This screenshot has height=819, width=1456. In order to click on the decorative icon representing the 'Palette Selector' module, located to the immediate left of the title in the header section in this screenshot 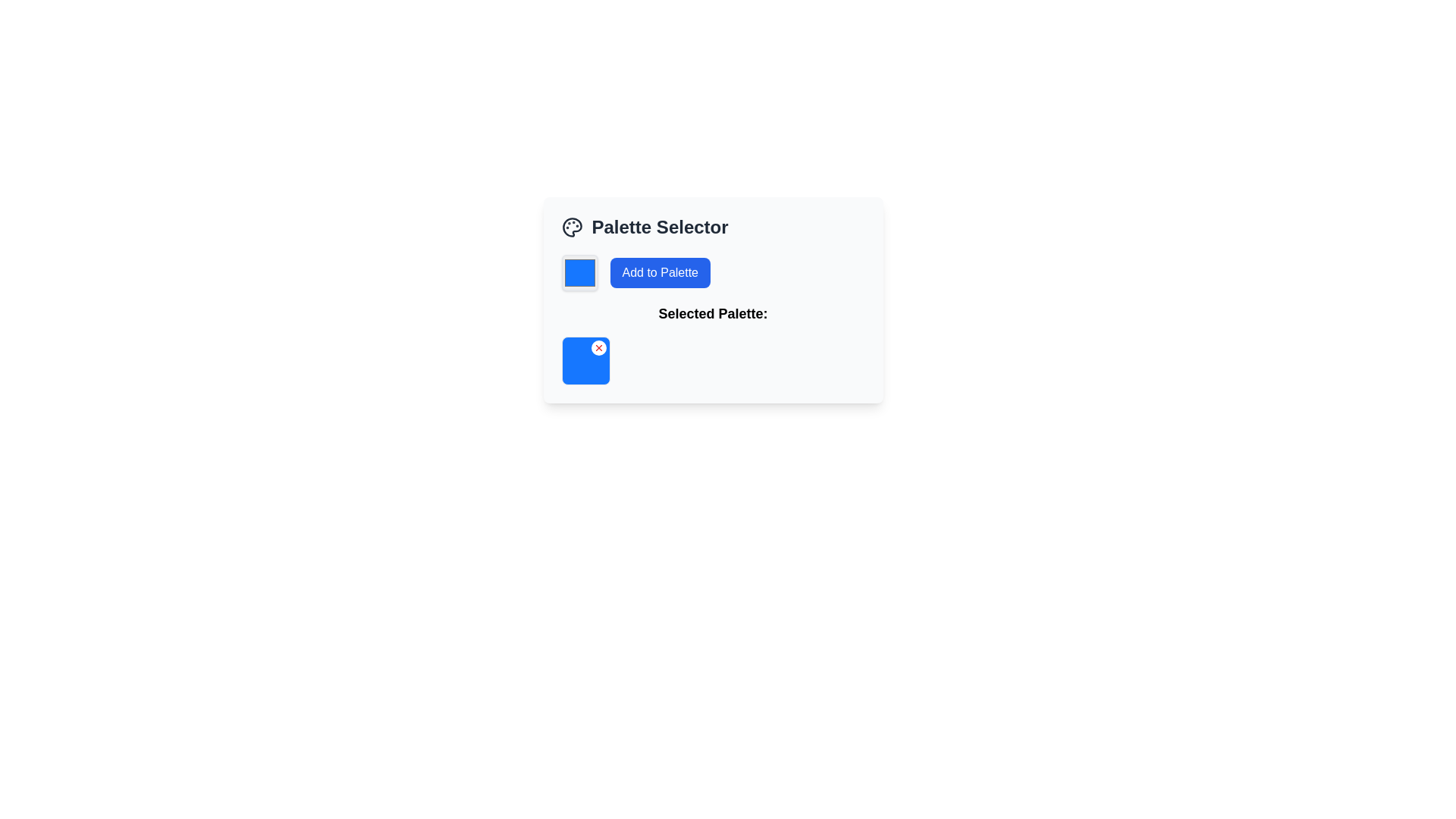, I will do `click(571, 227)`.